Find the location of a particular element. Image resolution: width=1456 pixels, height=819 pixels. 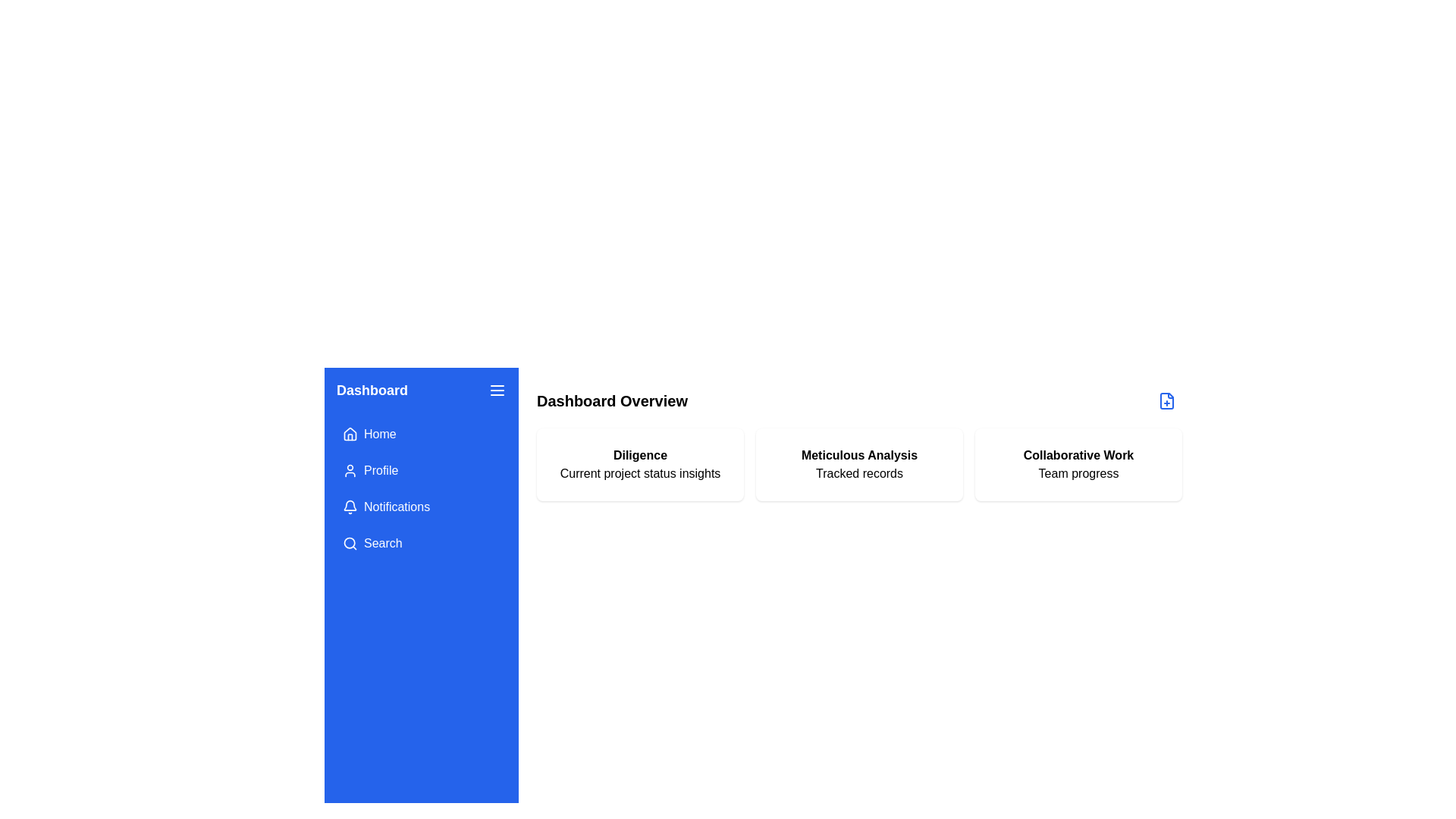

text label that serves as a title or heading within the rightmost card in the dashboard layout, positioned above the text 'Team progress' is located at coordinates (1078, 455).